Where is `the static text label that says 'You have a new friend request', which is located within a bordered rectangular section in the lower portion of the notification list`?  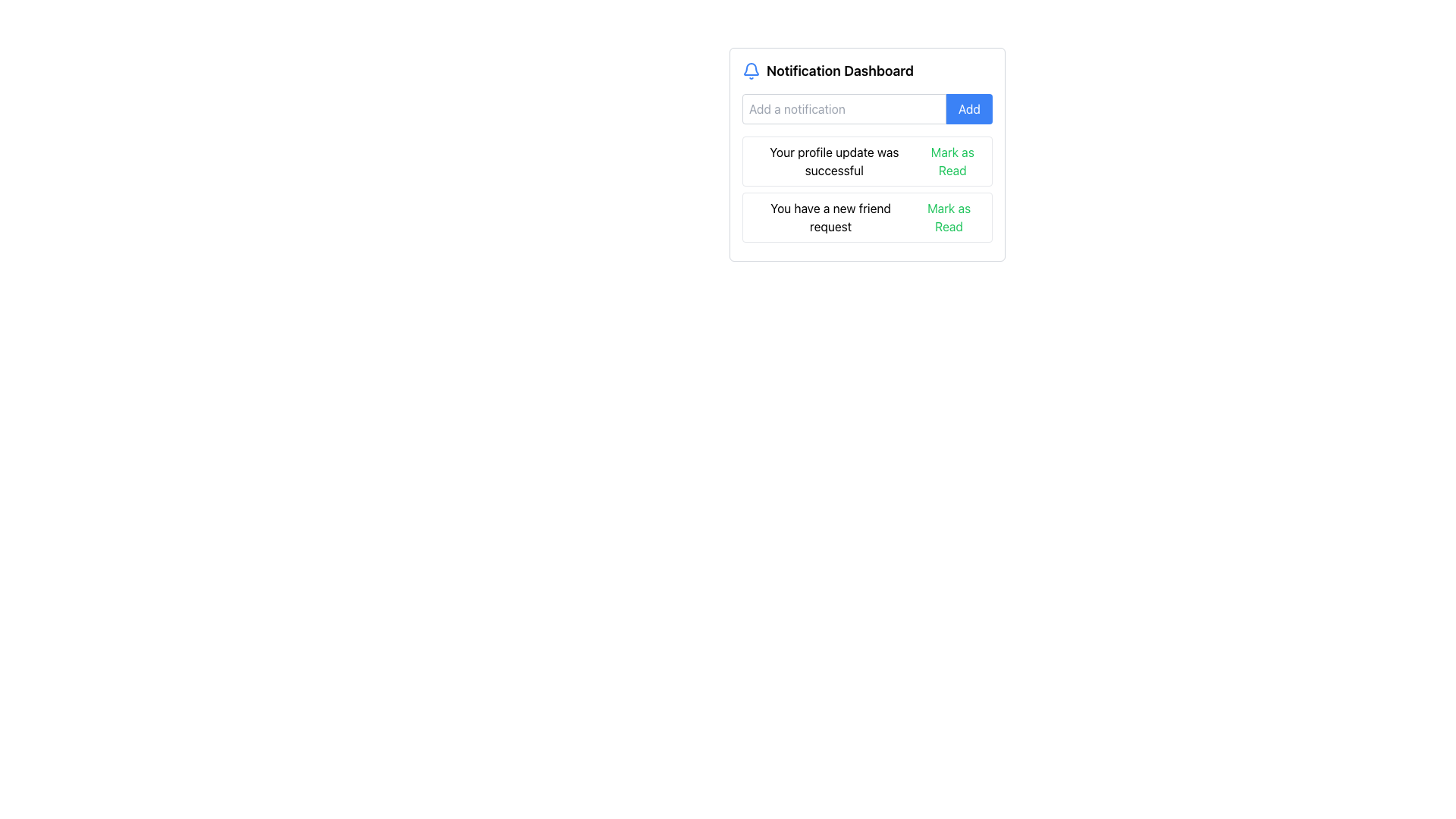 the static text label that says 'You have a new friend request', which is located within a bordered rectangular section in the lower portion of the notification list is located at coordinates (830, 217).